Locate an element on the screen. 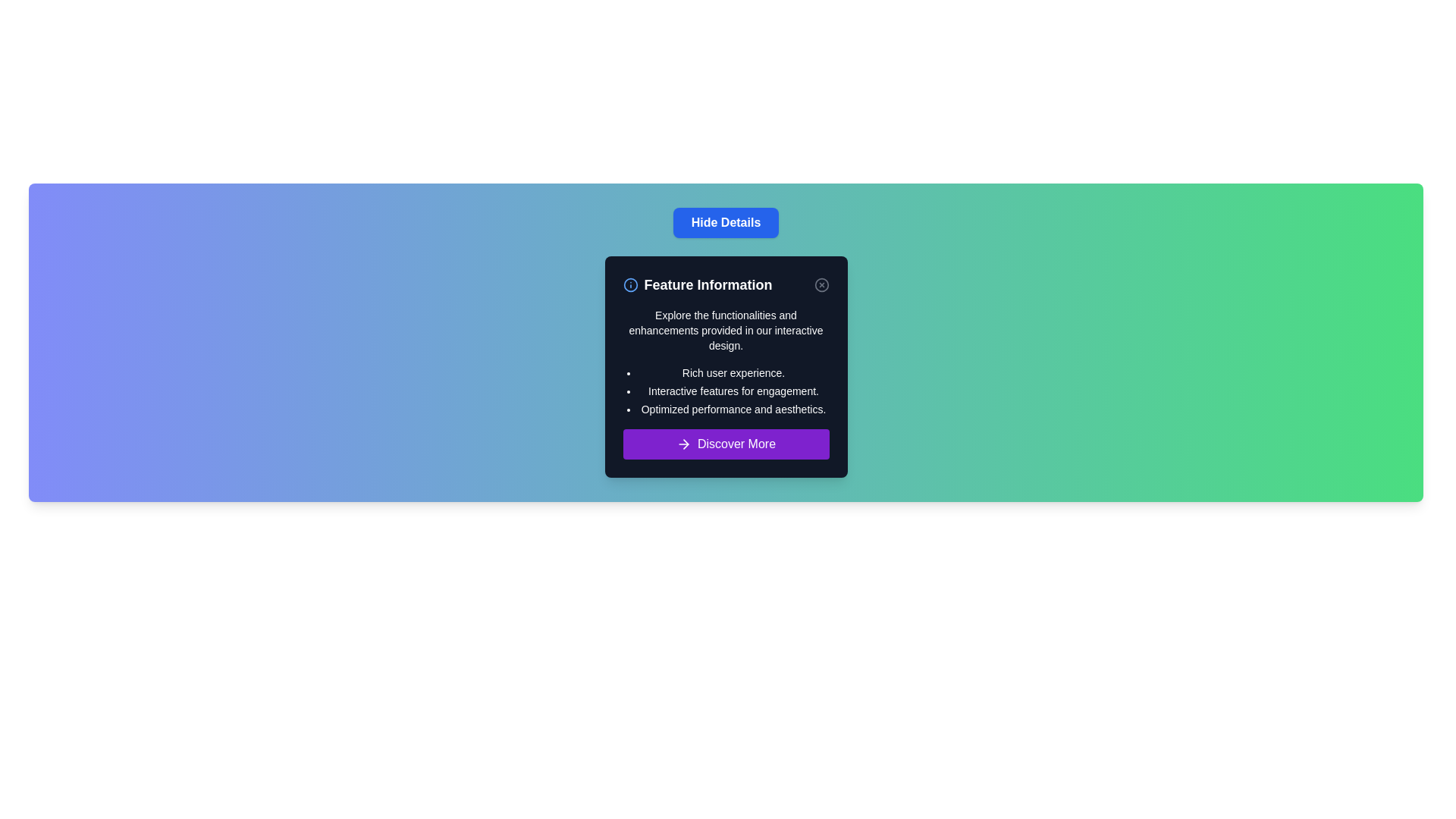 The image size is (1456, 819). the text element reading 'Interactive features for engagement.' which is the second item in a bullet-point list under the heading 'Feature Information.' is located at coordinates (733, 391).